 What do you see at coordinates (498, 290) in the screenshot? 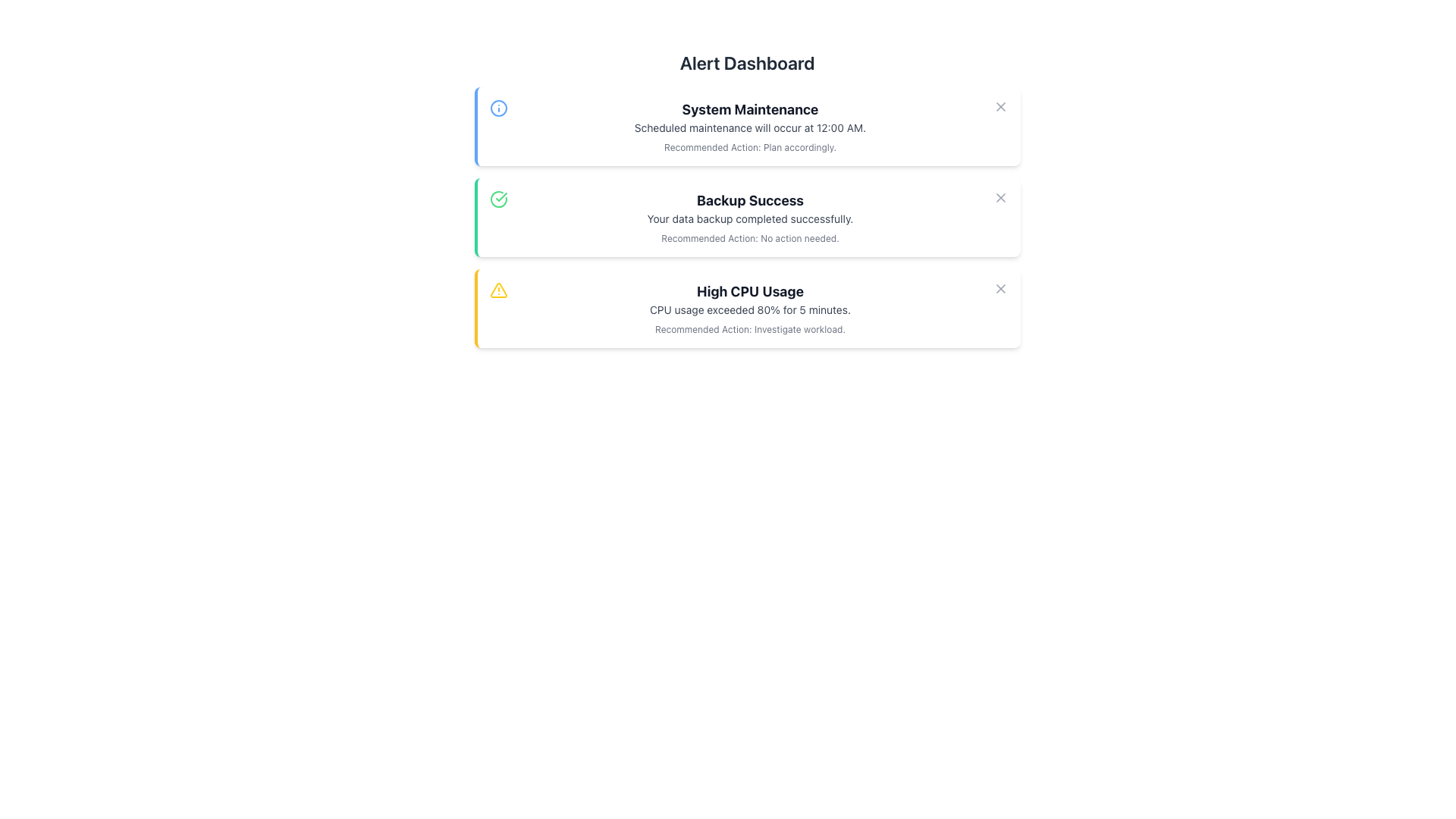
I see `the triangle-shaped yellow warning icon in the third panel of the alert dashboard, next to the 'High CPU Usage' message` at bounding box center [498, 290].